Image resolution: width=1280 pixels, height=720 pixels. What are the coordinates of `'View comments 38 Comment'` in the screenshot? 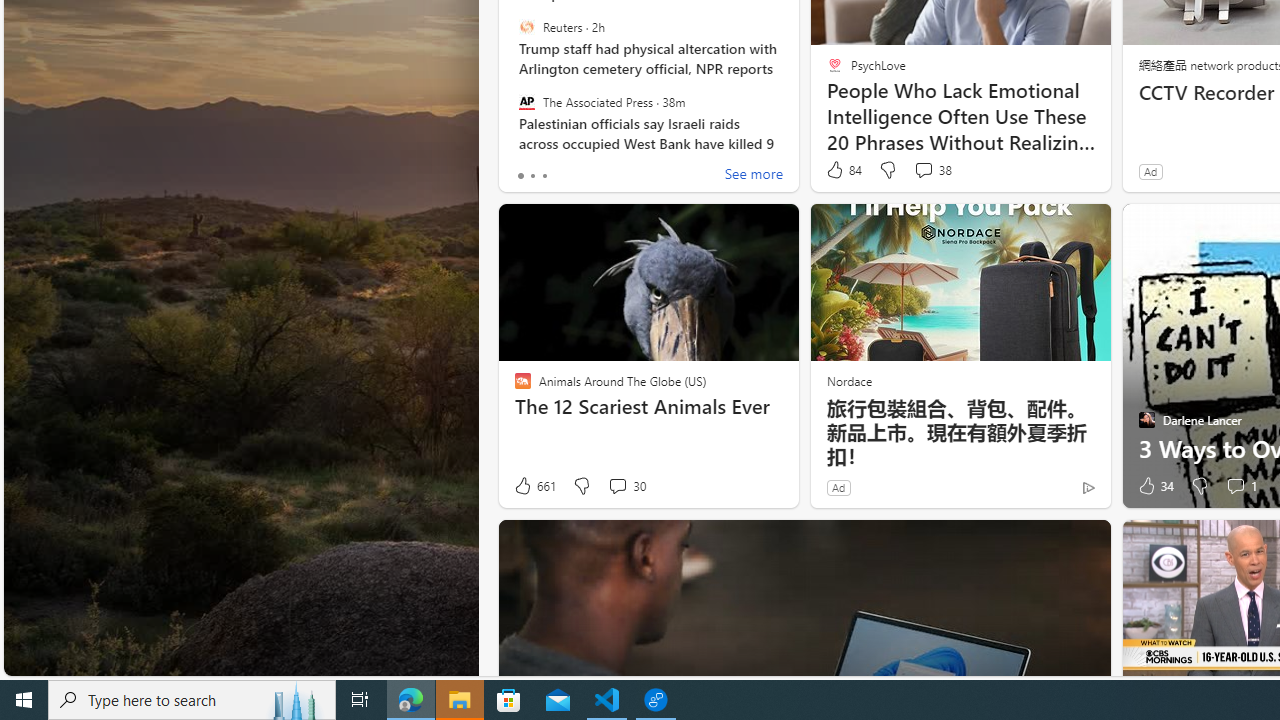 It's located at (922, 168).